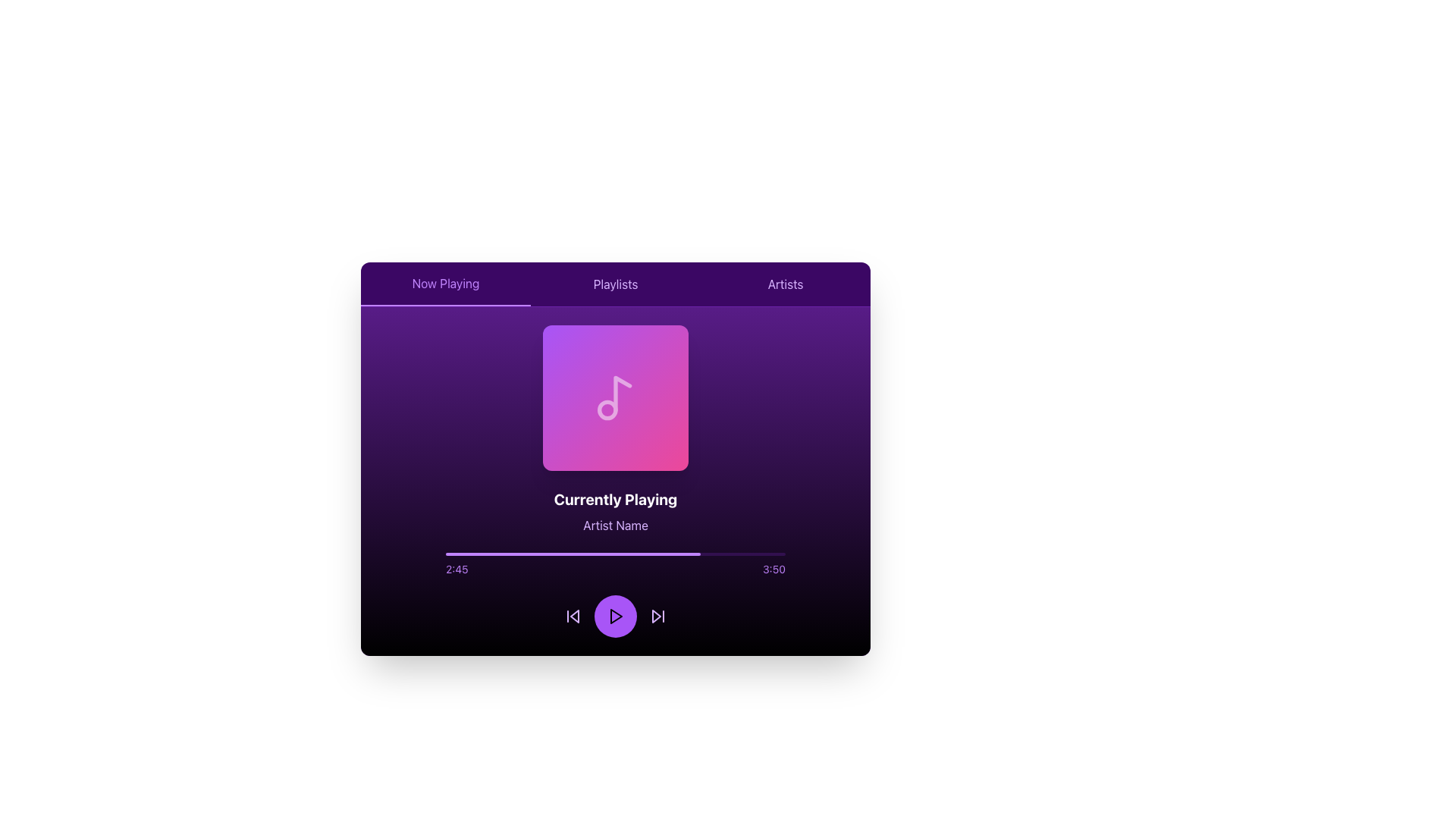 The width and height of the screenshot is (1456, 819). I want to click on information displayed in the music player interface, which shows the title 'Currently Playing' and the subtitle 'Artist Name', so click(615, 482).